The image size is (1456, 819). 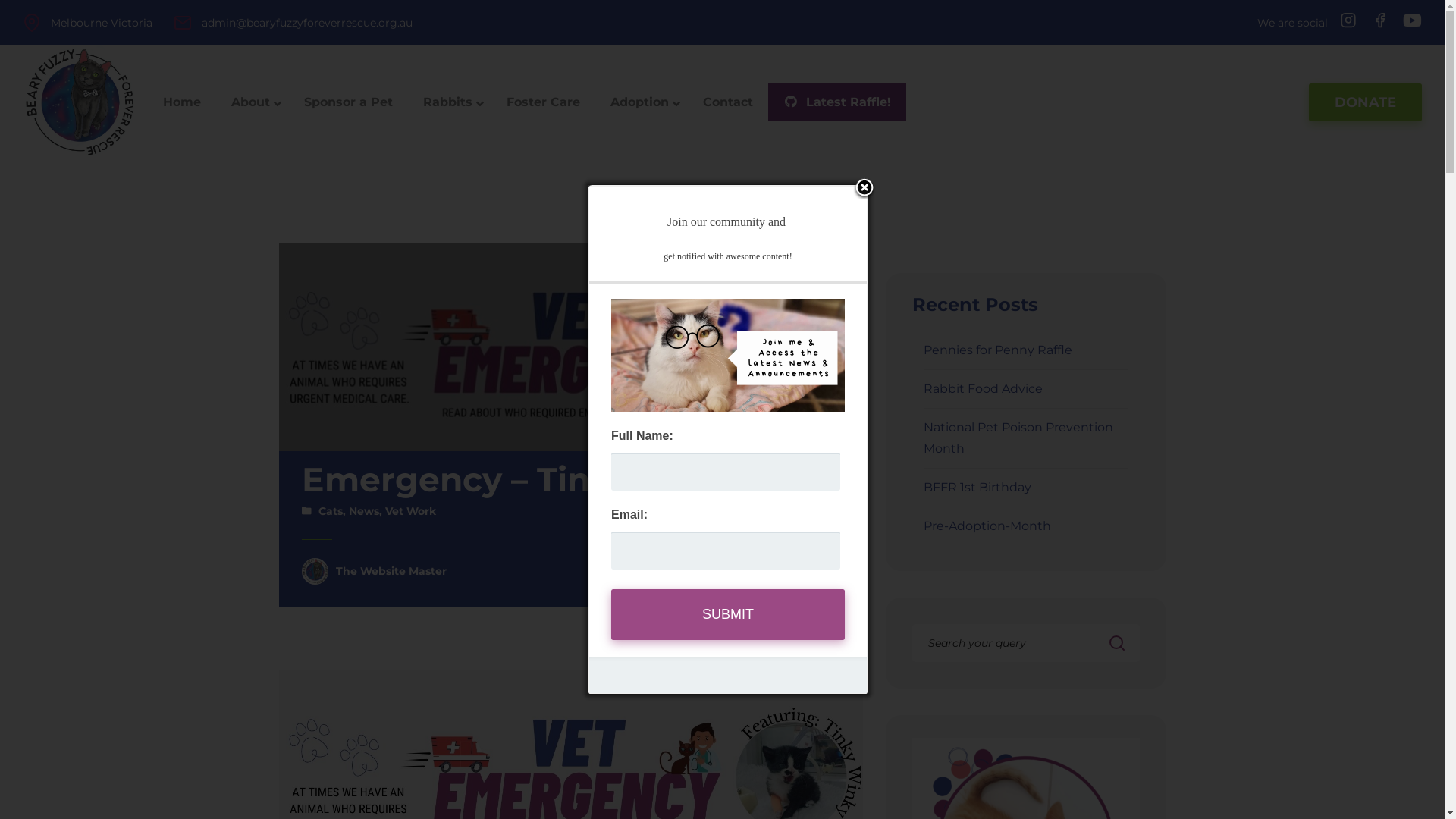 I want to click on 'Latest Raffle!', so click(x=836, y=102).